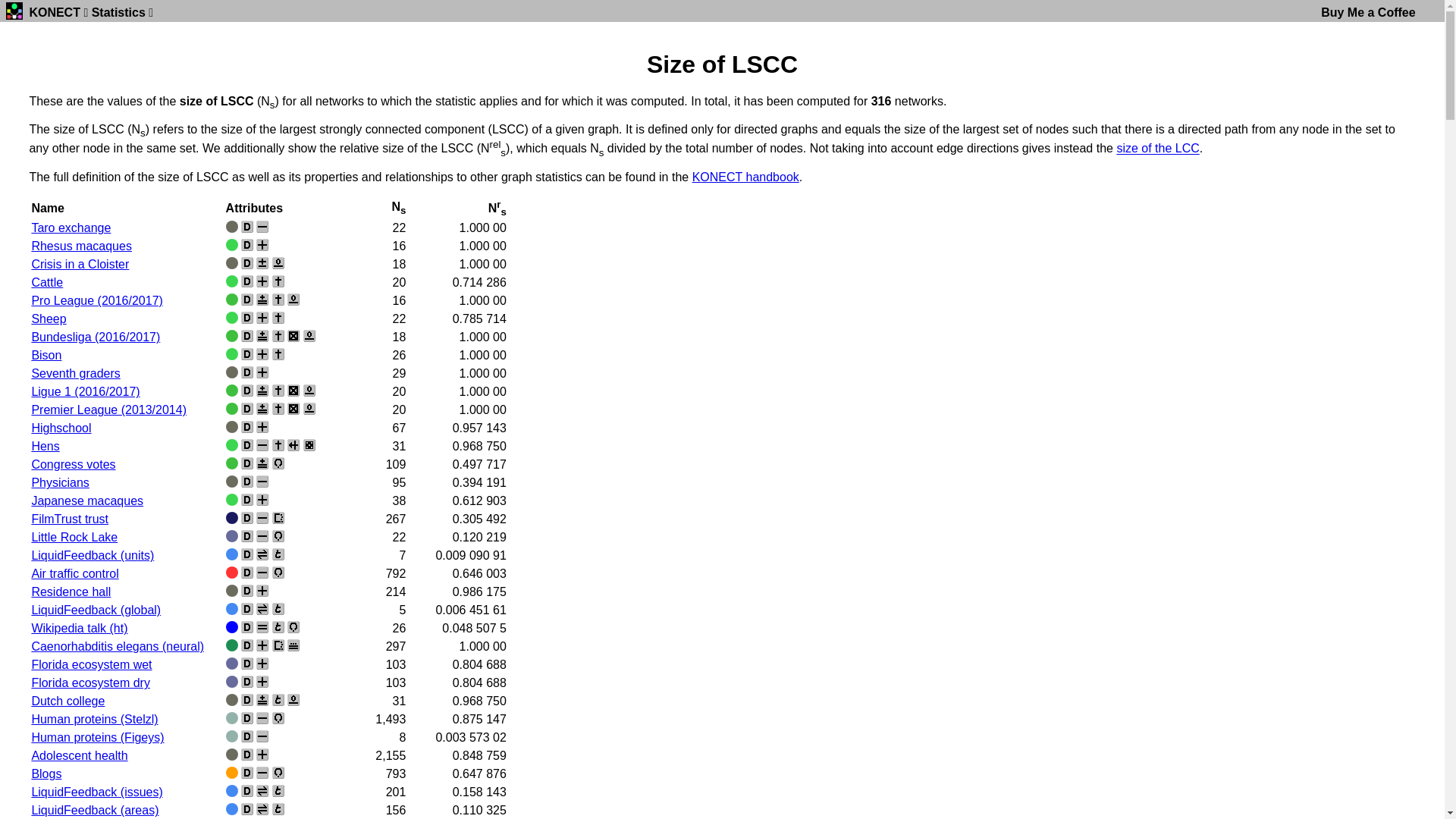 The image size is (1456, 819). Describe the element at coordinates (231, 755) in the screenshot. I see `'Human social network'` at that location.